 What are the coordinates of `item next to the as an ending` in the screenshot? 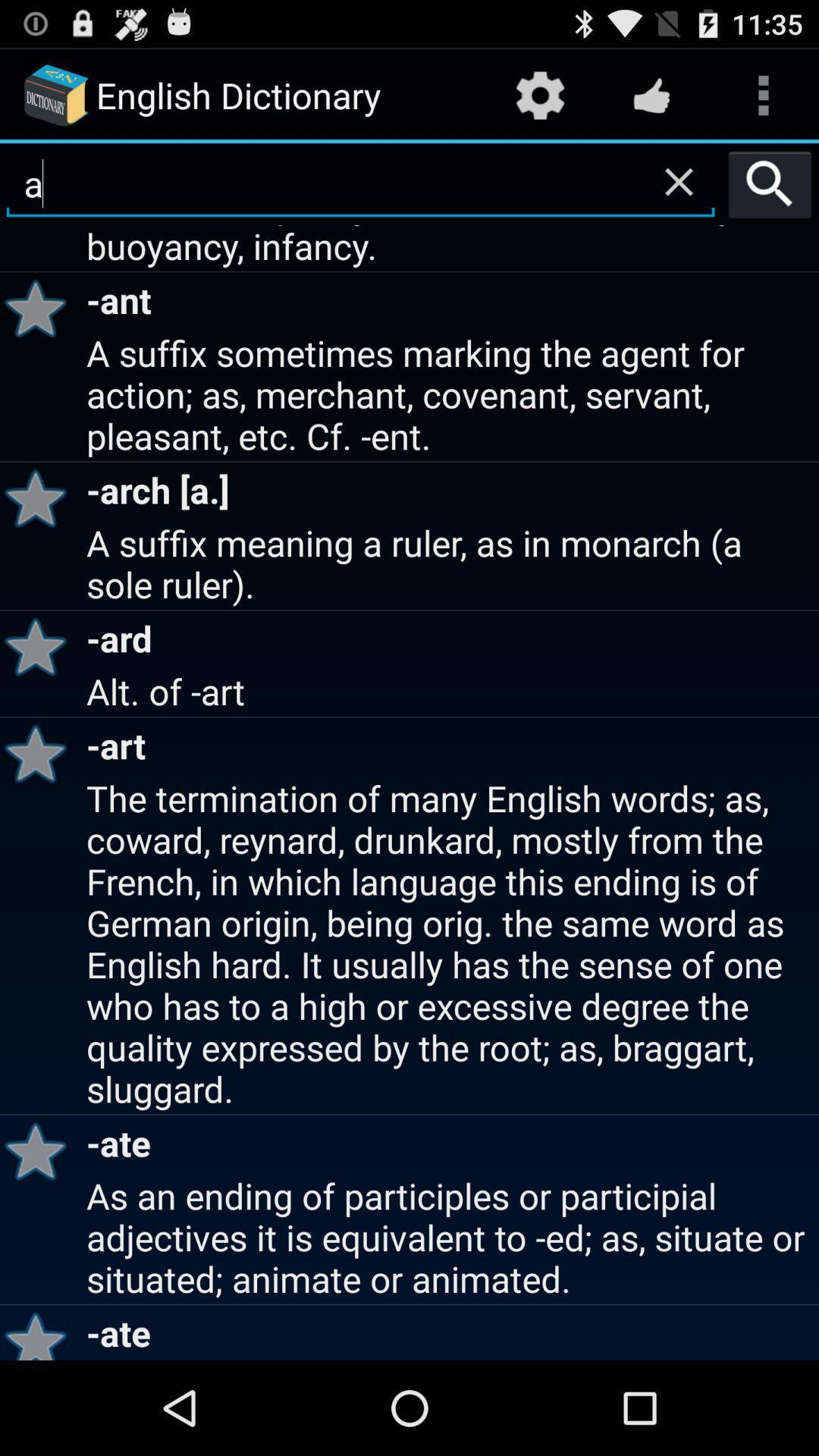 It's located at (40, 1332).